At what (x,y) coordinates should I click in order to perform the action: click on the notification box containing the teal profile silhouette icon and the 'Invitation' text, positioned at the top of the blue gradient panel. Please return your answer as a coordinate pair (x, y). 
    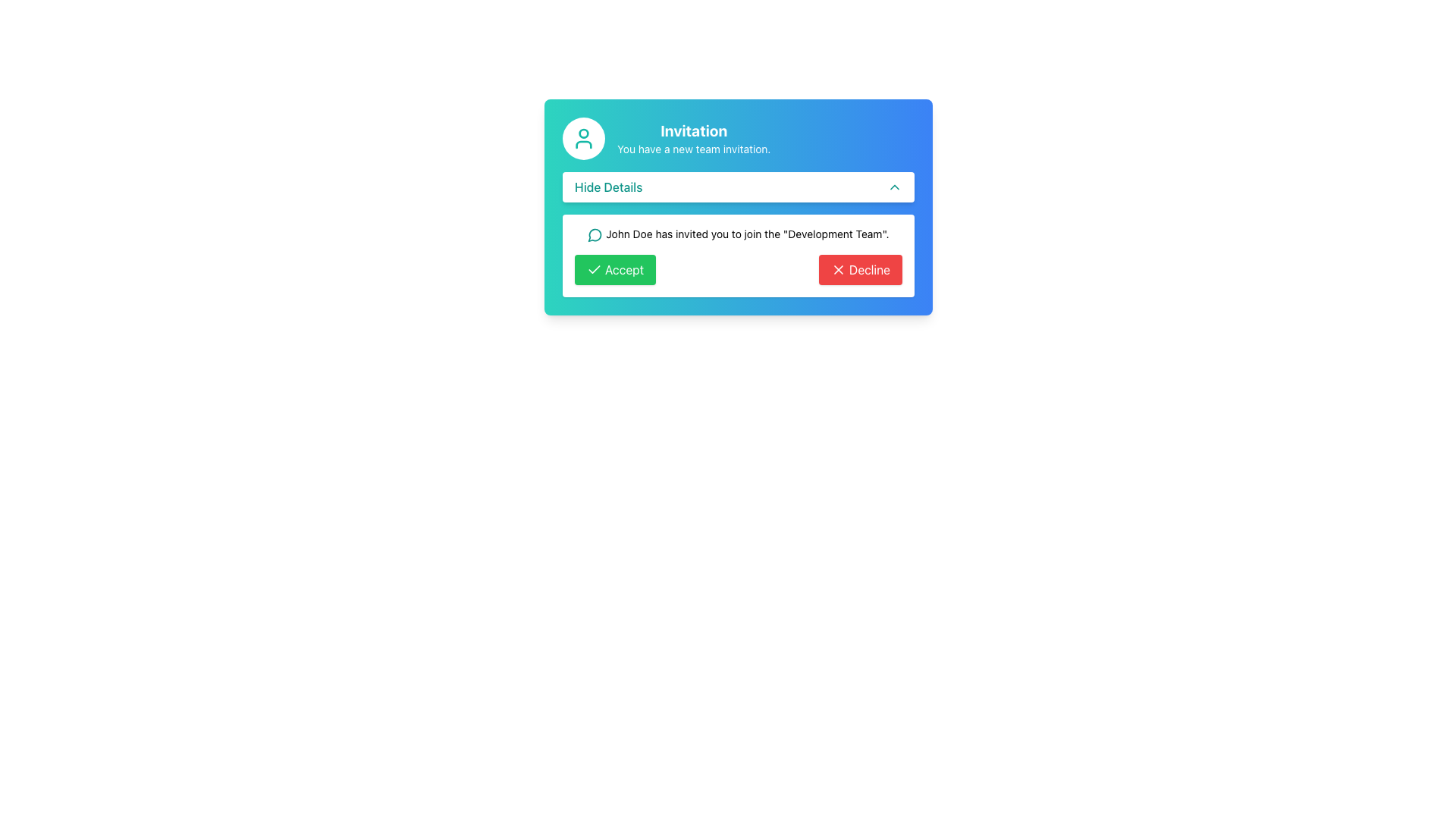
    Looking at the image, I should click on (739, 138).